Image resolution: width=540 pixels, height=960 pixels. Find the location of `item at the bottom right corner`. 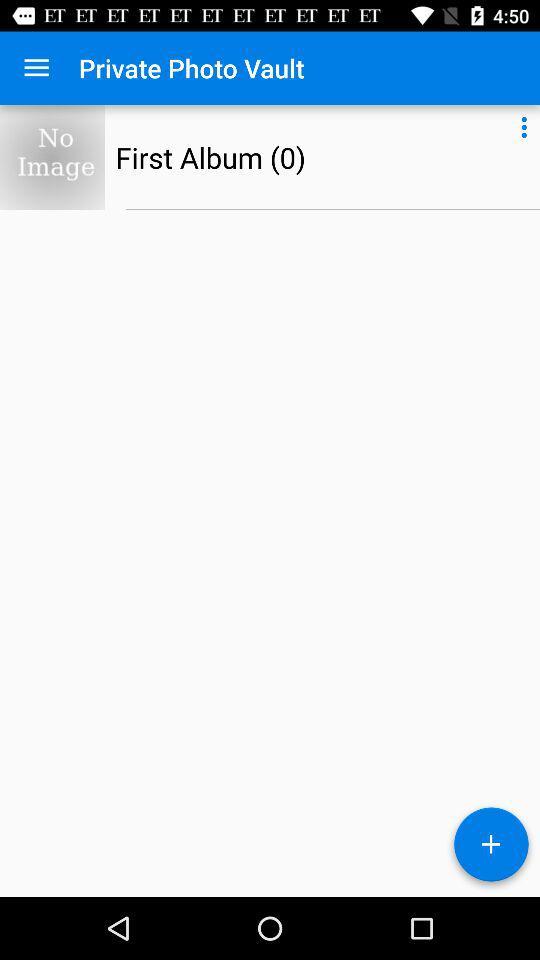

item at the bottom right corner is located at coordinates (490, 847).